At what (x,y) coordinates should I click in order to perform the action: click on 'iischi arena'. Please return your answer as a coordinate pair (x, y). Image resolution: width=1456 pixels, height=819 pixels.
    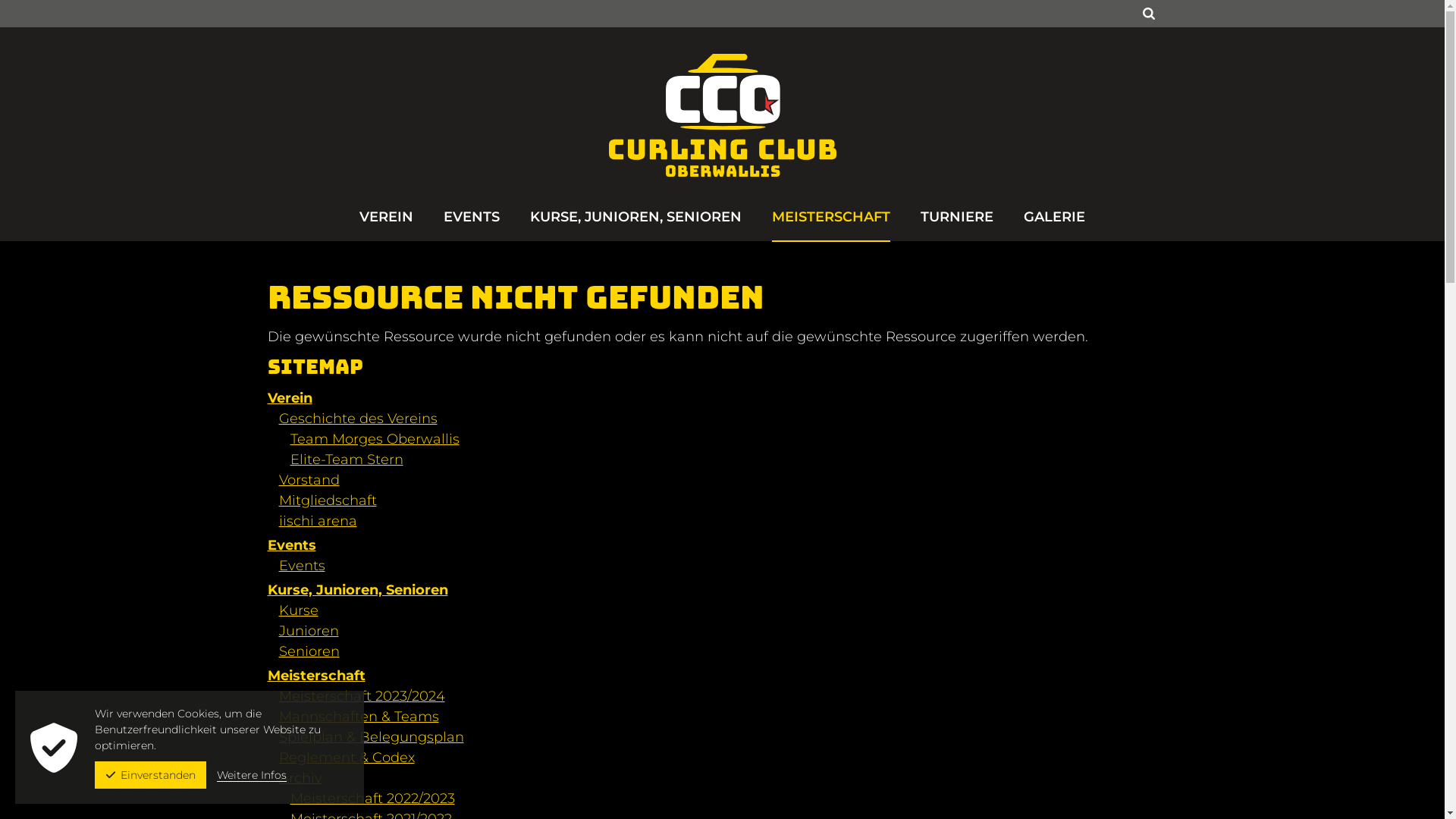
    Looking at the image, I should click on (317, 519).